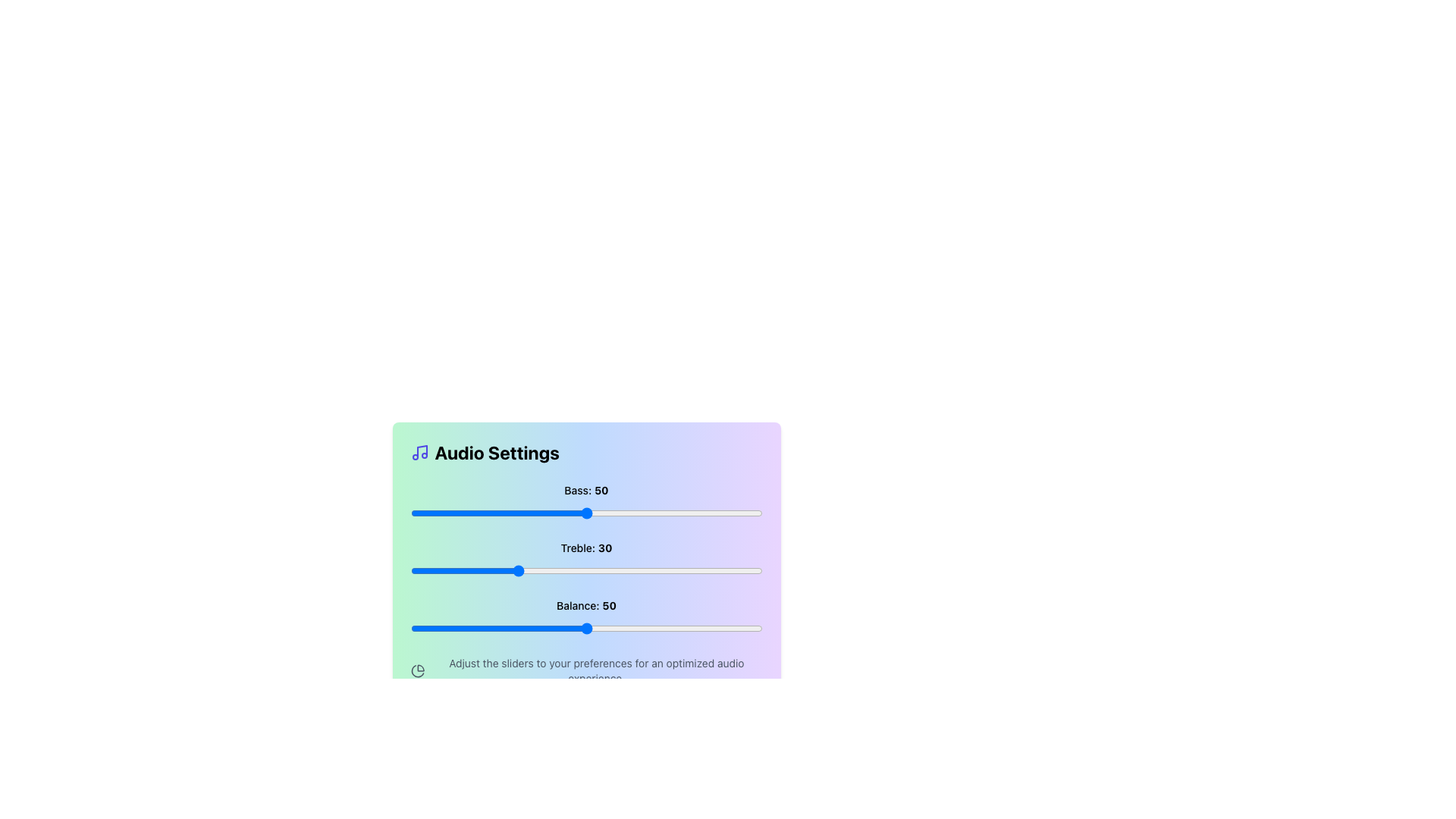  What do you see at coordinates (547, 629) in the screenshot?
I see `balance` at bounding box center [547, 629].